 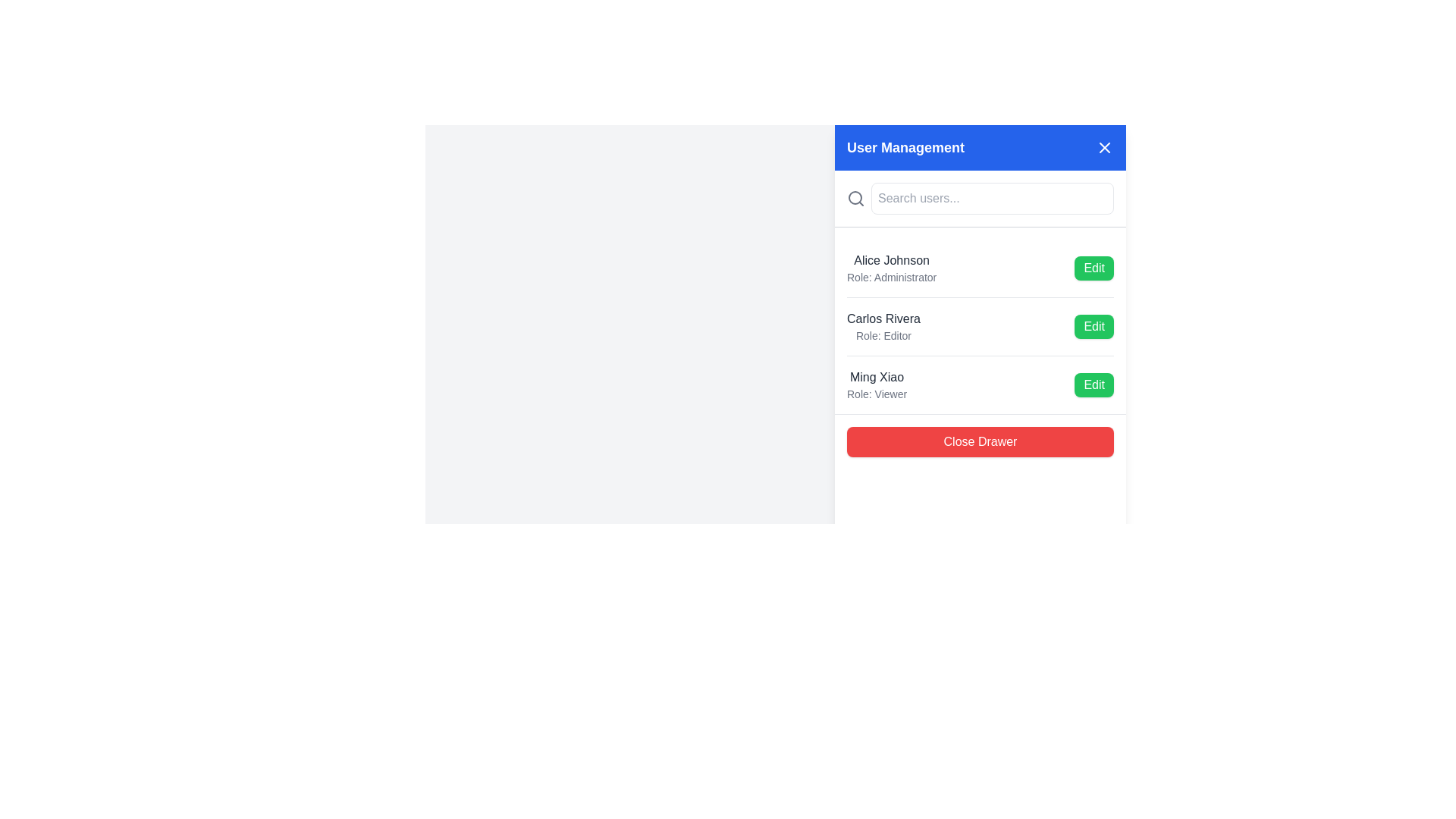 I want to click on the user entry for 'Ming Xiao' in the 'User Management' panel for accessibility navigation, so click(x=980, y=384).